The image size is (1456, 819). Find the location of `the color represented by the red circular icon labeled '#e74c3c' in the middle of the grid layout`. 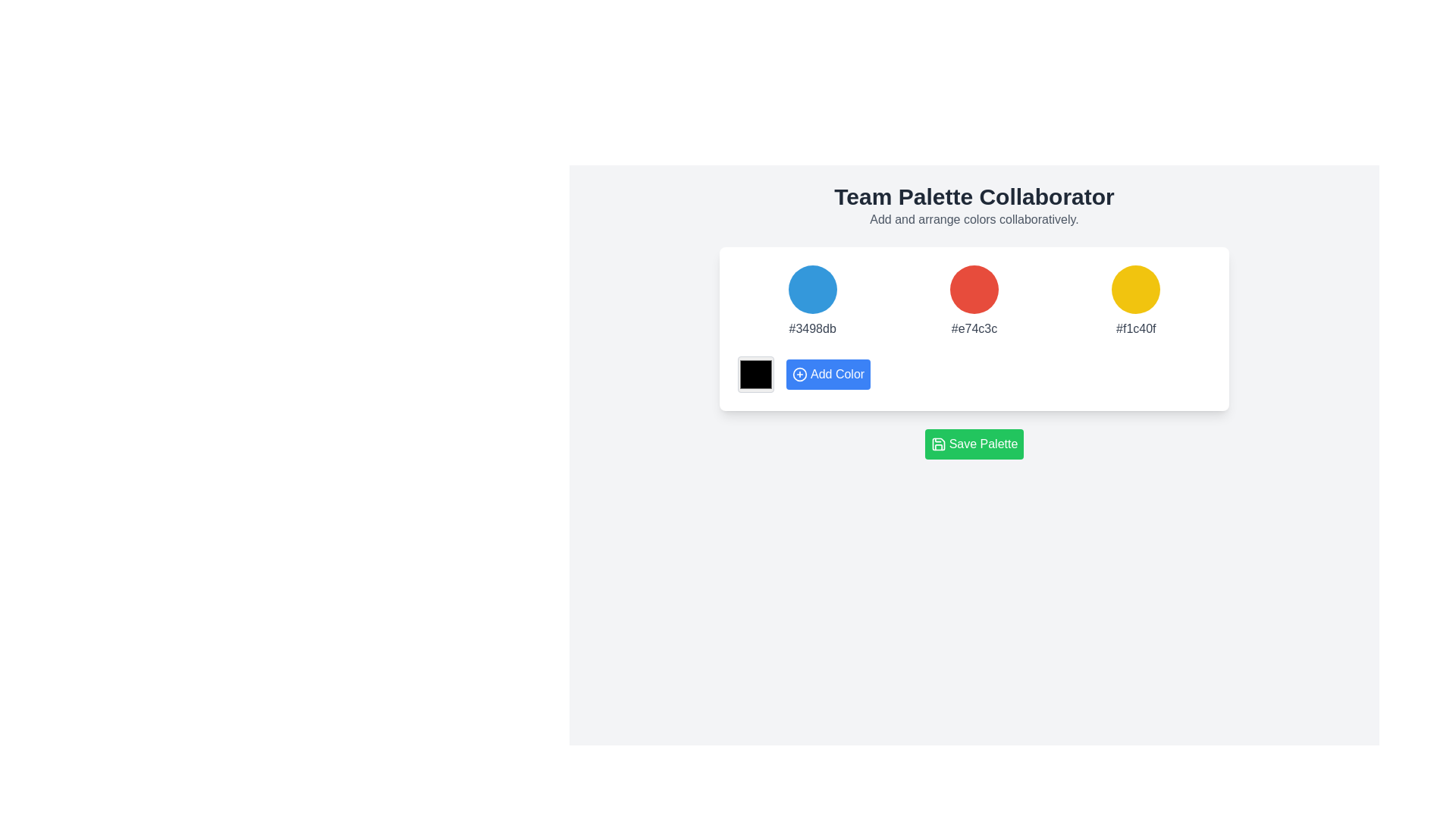

the color represented by the red circular icon labeled '#e74c3c' in the middle of the grid layout is located at coordinates (974, 301).